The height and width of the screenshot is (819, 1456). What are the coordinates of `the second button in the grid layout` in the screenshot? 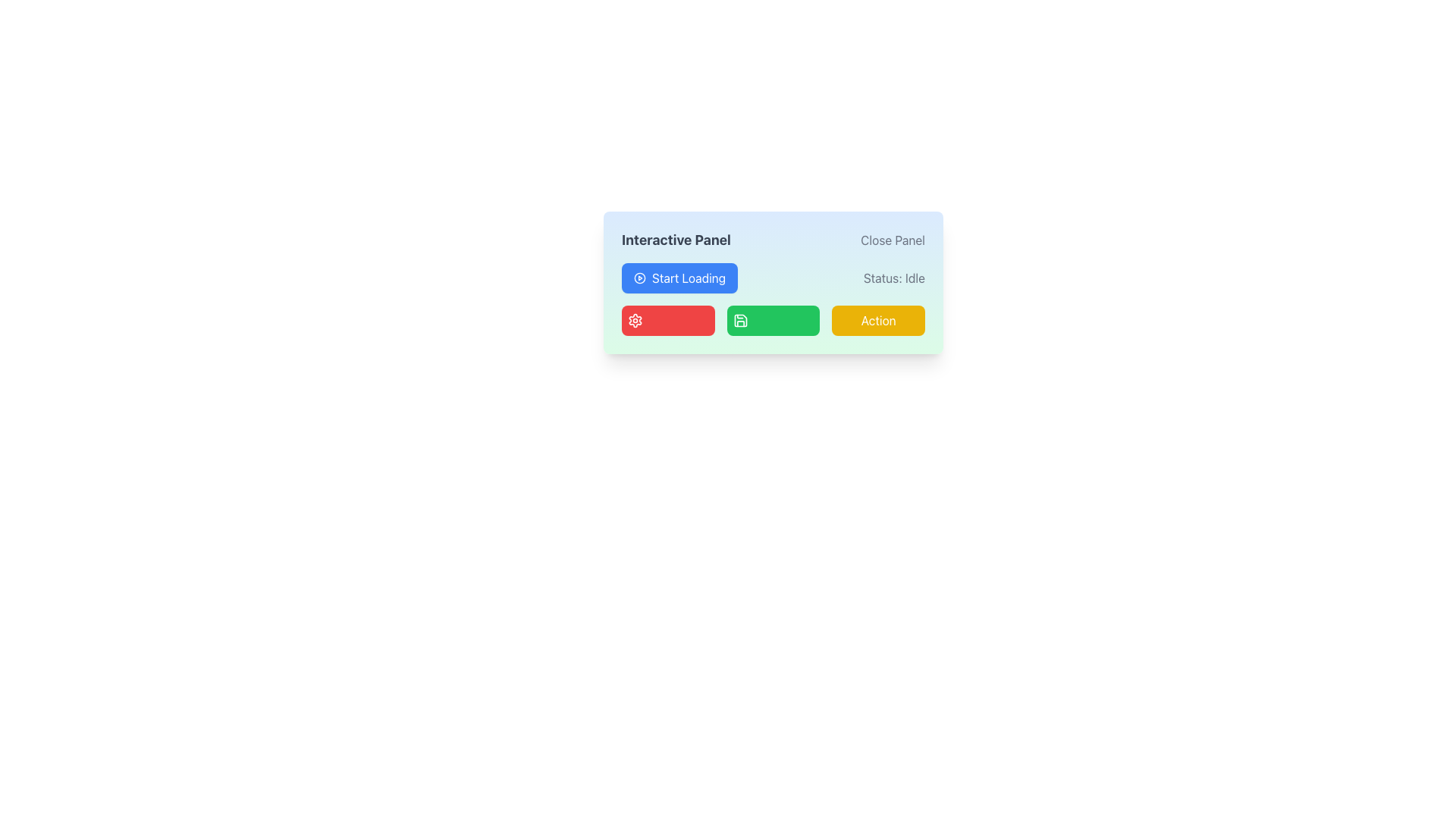 It's located at (772, 320).